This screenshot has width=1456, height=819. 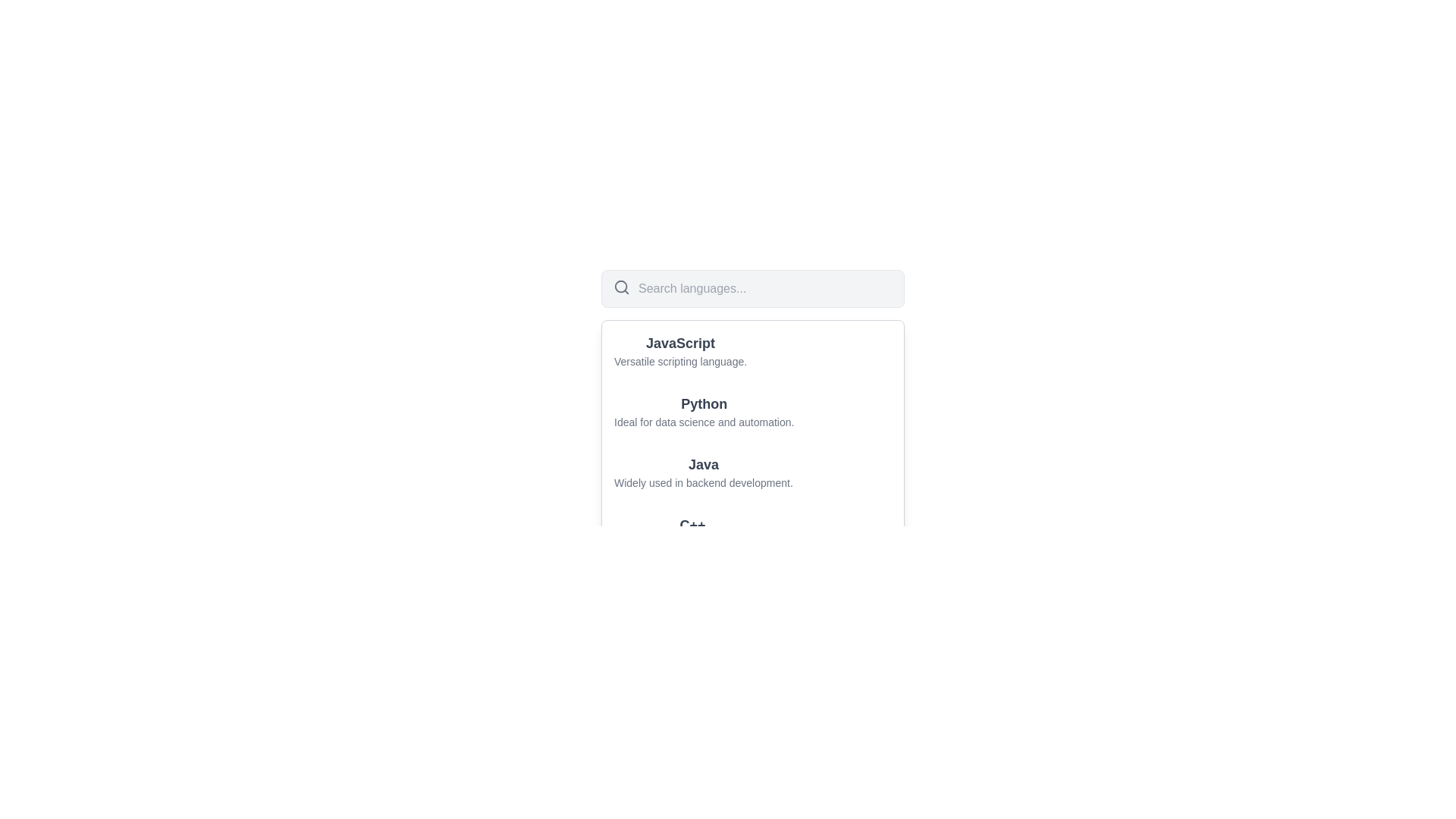 I want to click on the static text providing a description of 'JavaScript' located directly underneath the title 'JavaScript', so click(x=679, y=362).